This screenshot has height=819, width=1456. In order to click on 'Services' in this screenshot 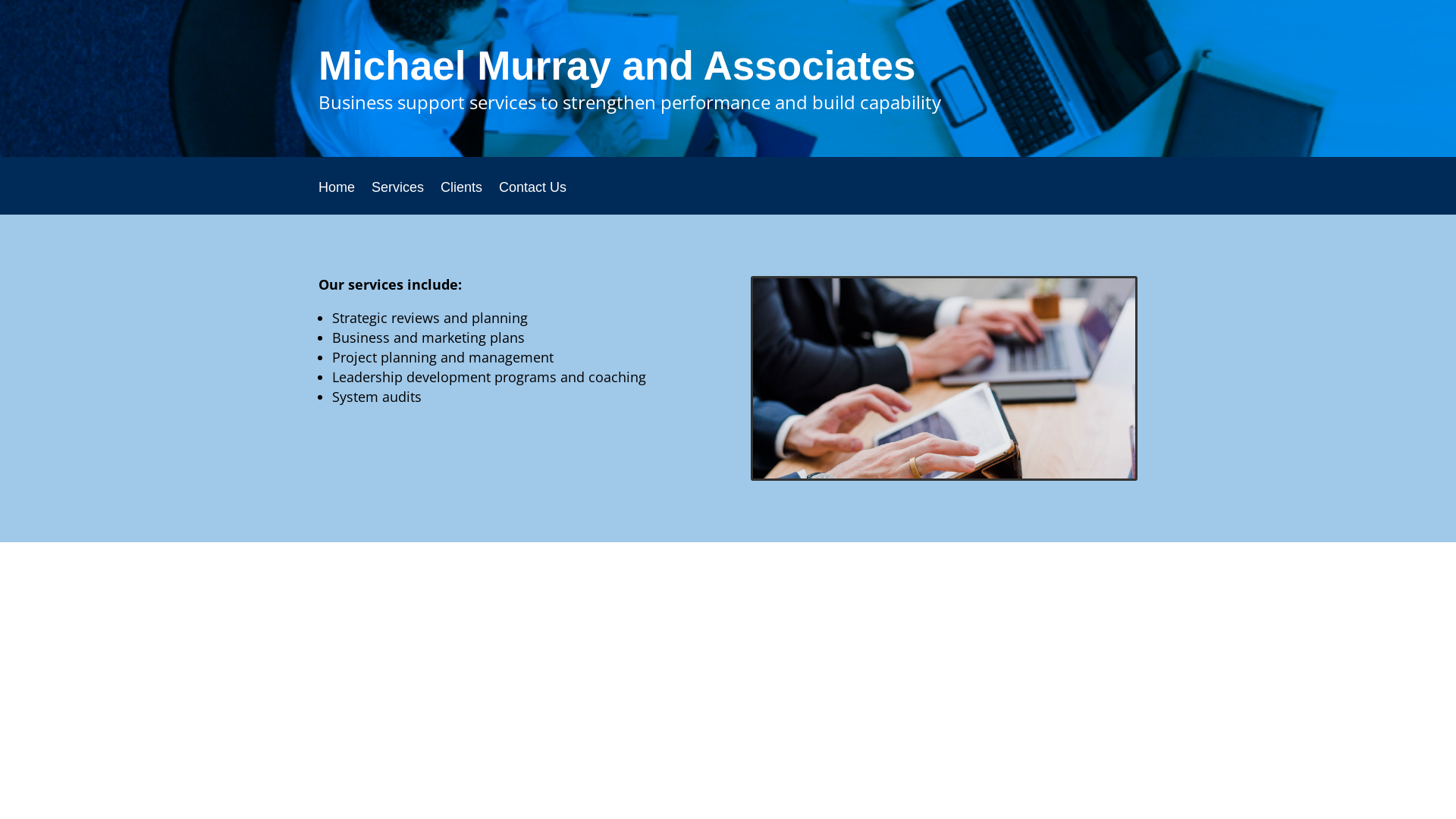, I will do `click(371, 197)`.